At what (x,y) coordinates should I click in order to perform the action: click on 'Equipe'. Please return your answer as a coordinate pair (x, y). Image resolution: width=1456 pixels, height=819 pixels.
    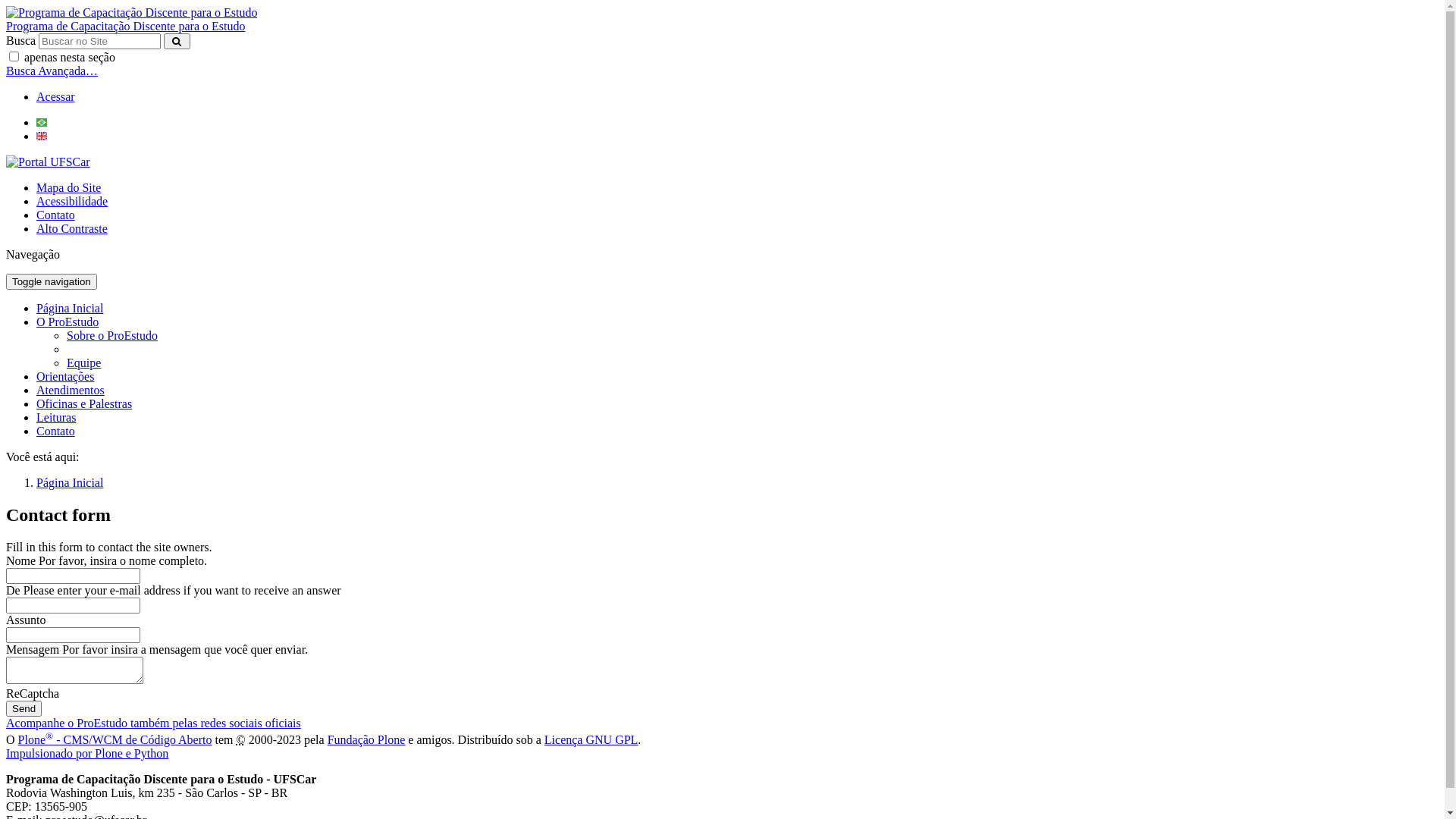
    Looking at the image, I should click on (83, 362).